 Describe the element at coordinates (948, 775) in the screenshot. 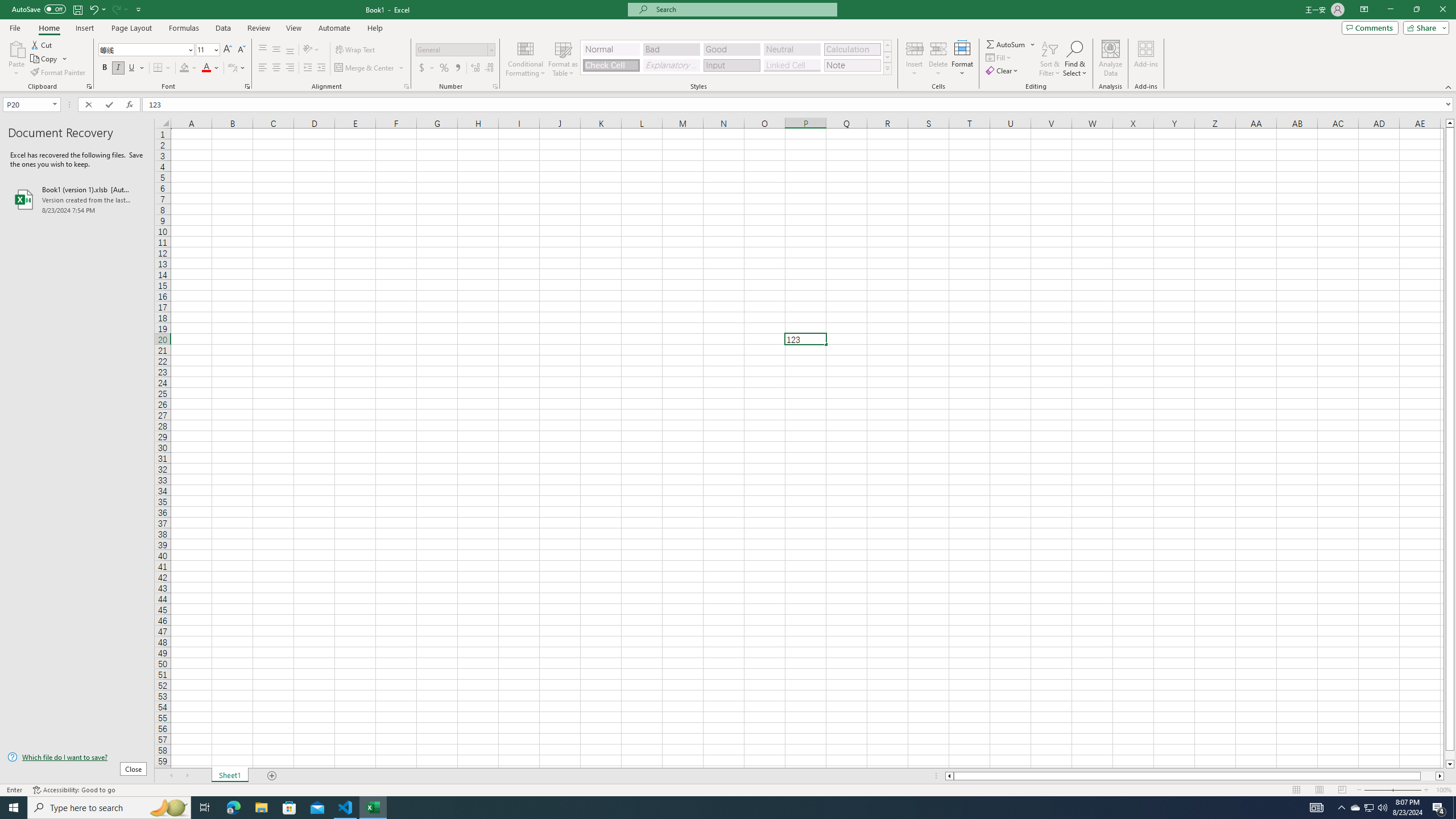

I see `'Column left'` at that location.